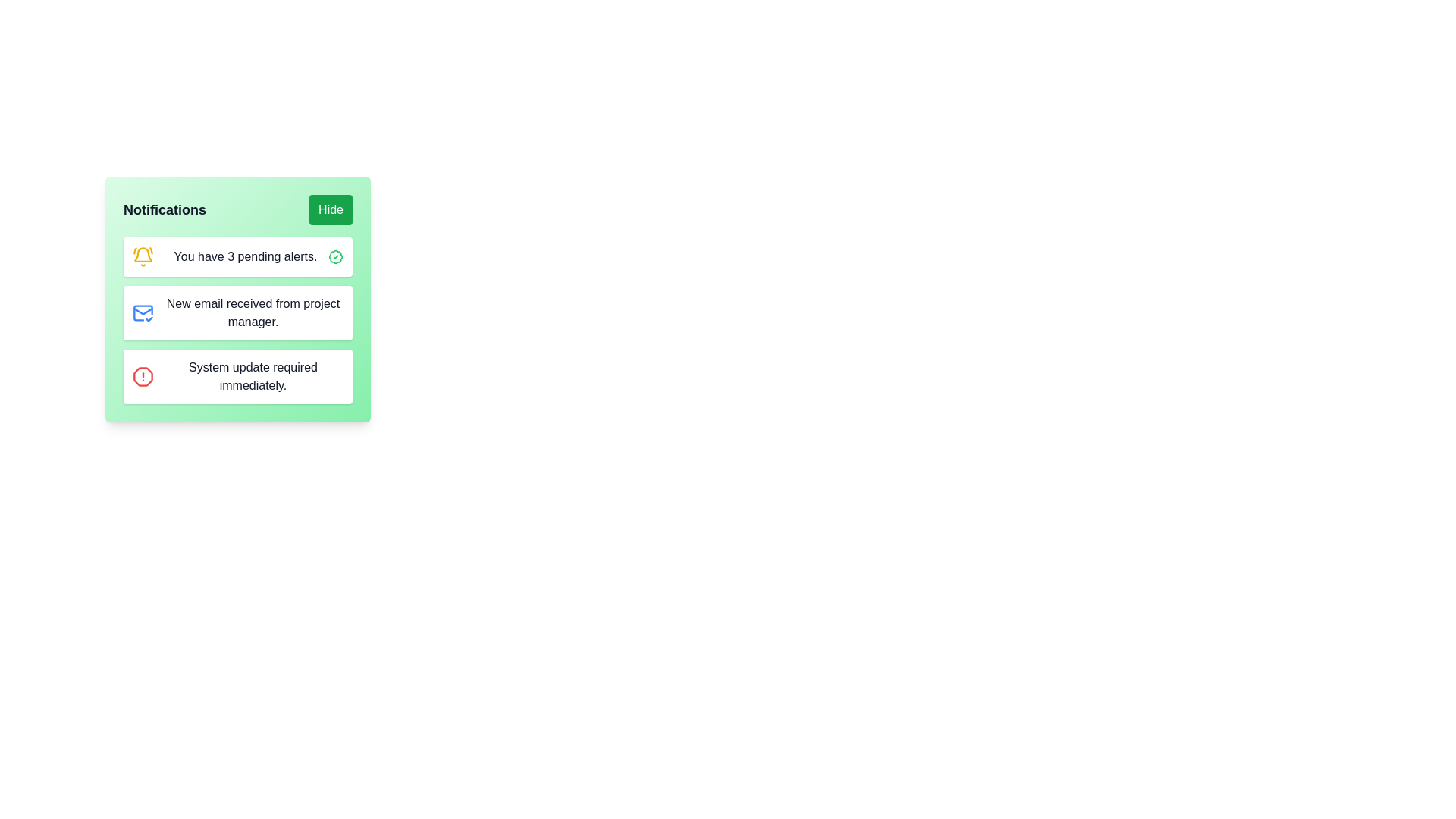  I want to click on the Text label that acts as a header for the notification section, located at the top-left corner, to provide clarity about the content below, so click(165, 210).